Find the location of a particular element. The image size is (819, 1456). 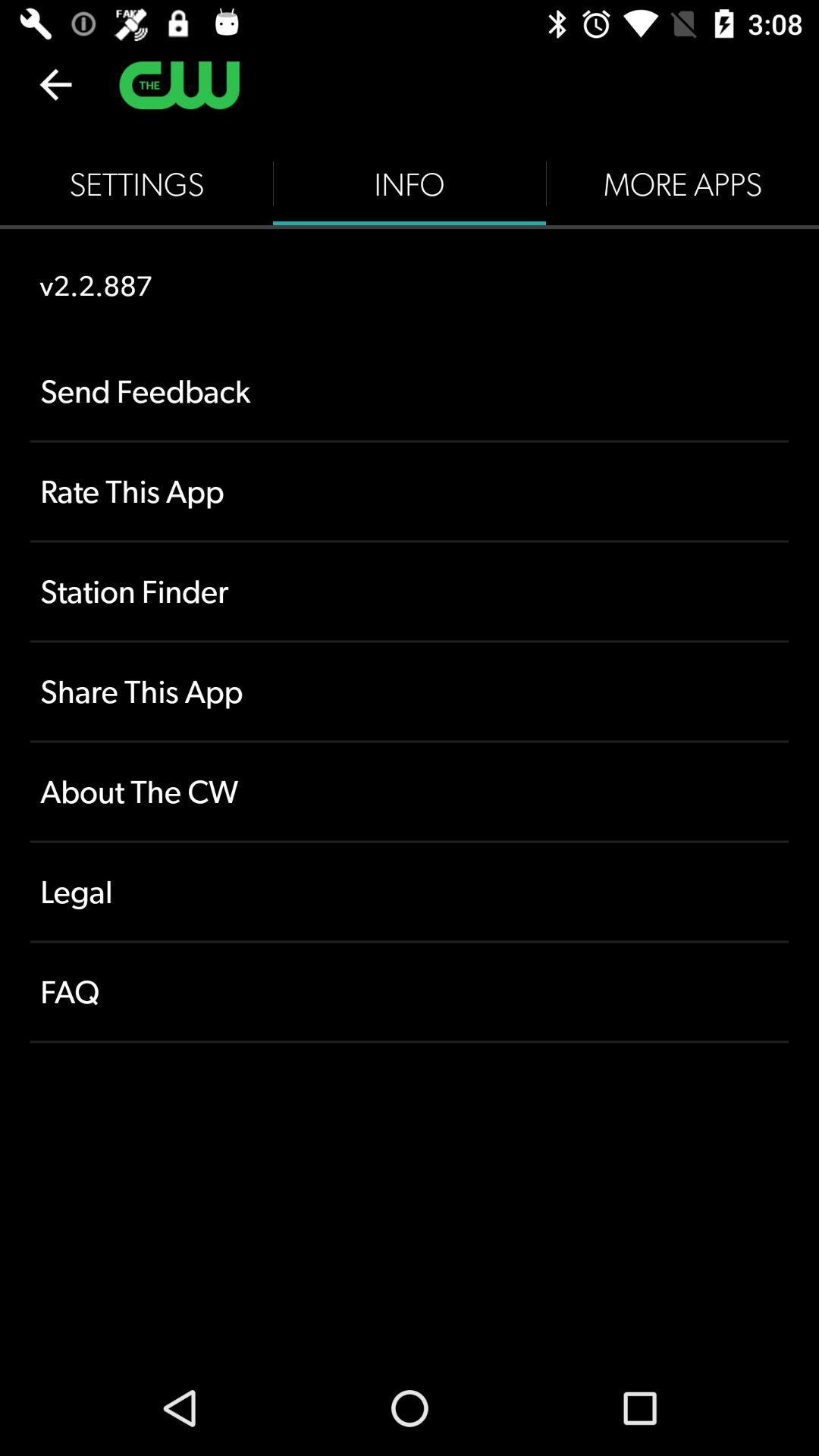

icon above faq icon is located at coordinates (409, 892).